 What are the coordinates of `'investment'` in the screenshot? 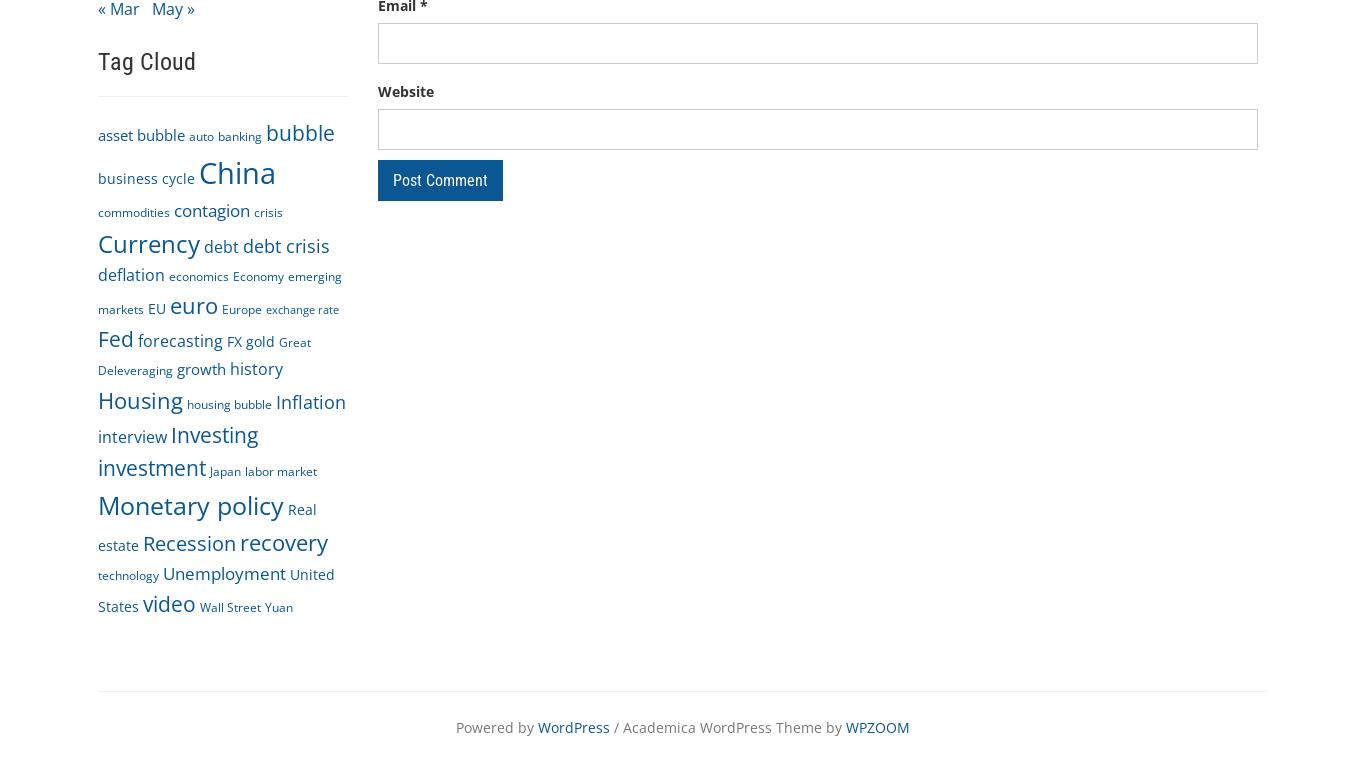 It's located at (151, 466).